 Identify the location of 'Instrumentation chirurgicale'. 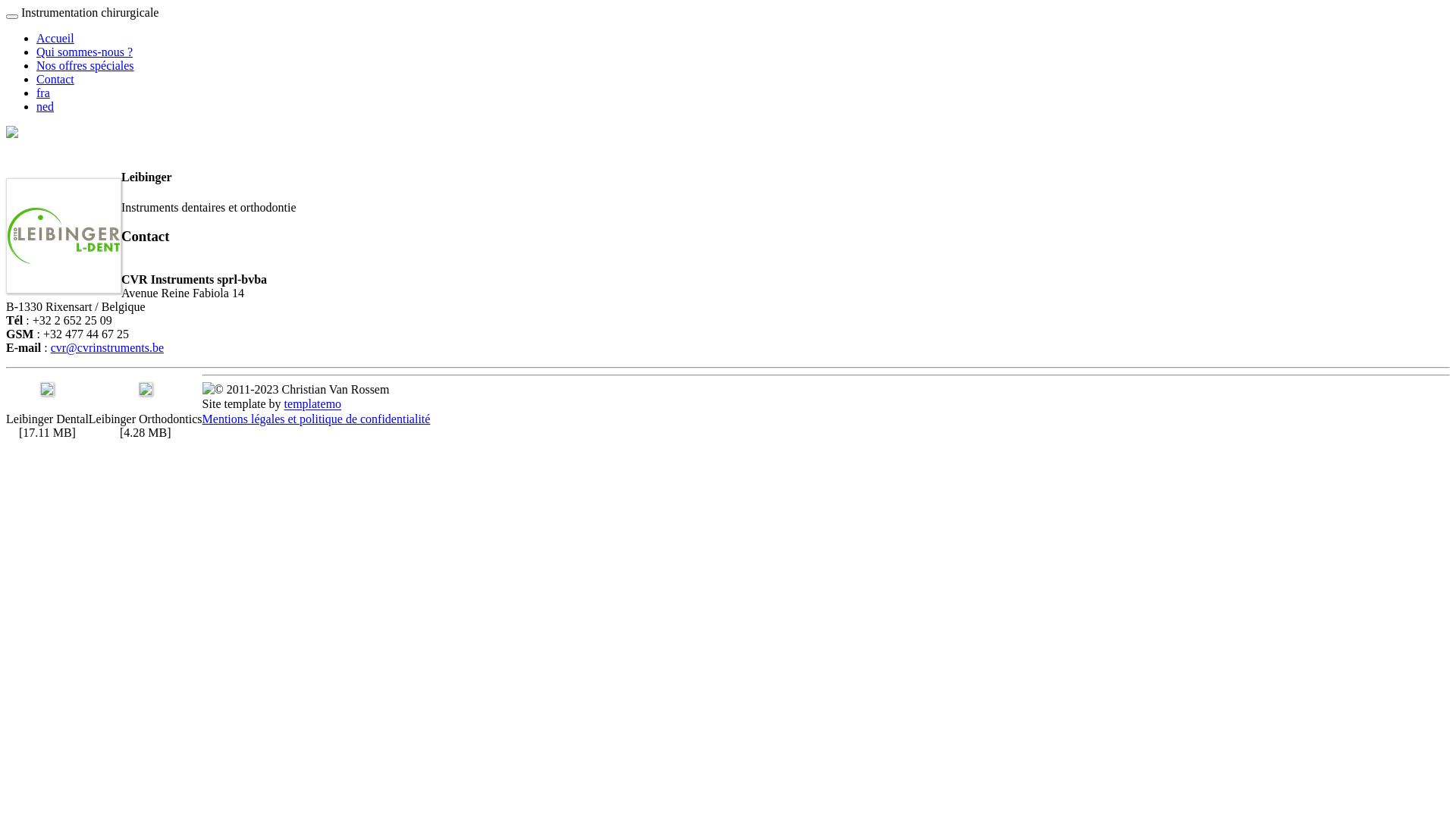
(21, 12).